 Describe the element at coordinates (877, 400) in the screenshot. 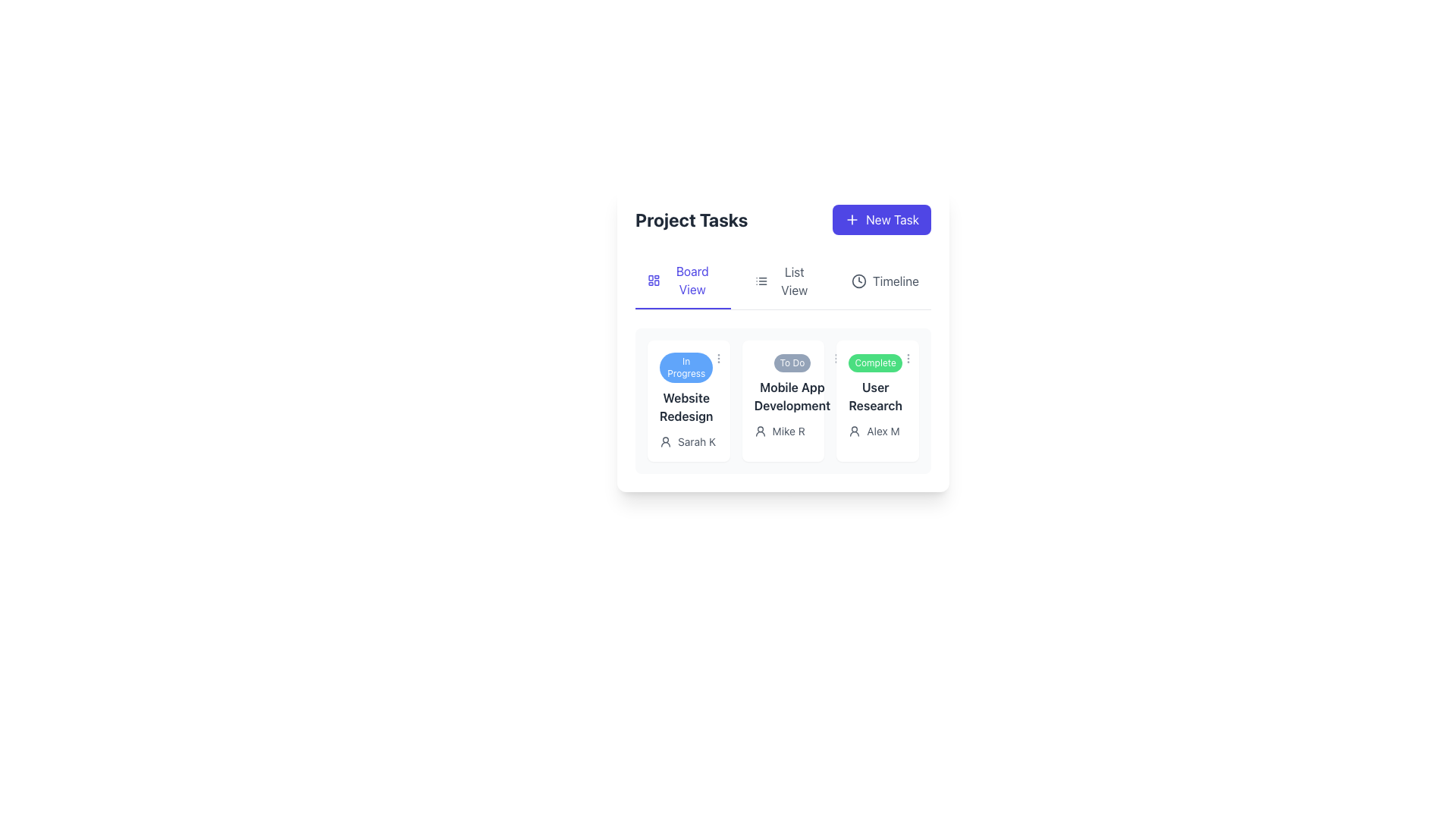

I see `the Task Card with a green 'Complete' badge, bold text 'User Research', and user icon for 'Alex M', positioned in the bottom-right of the grid layout` at that location.